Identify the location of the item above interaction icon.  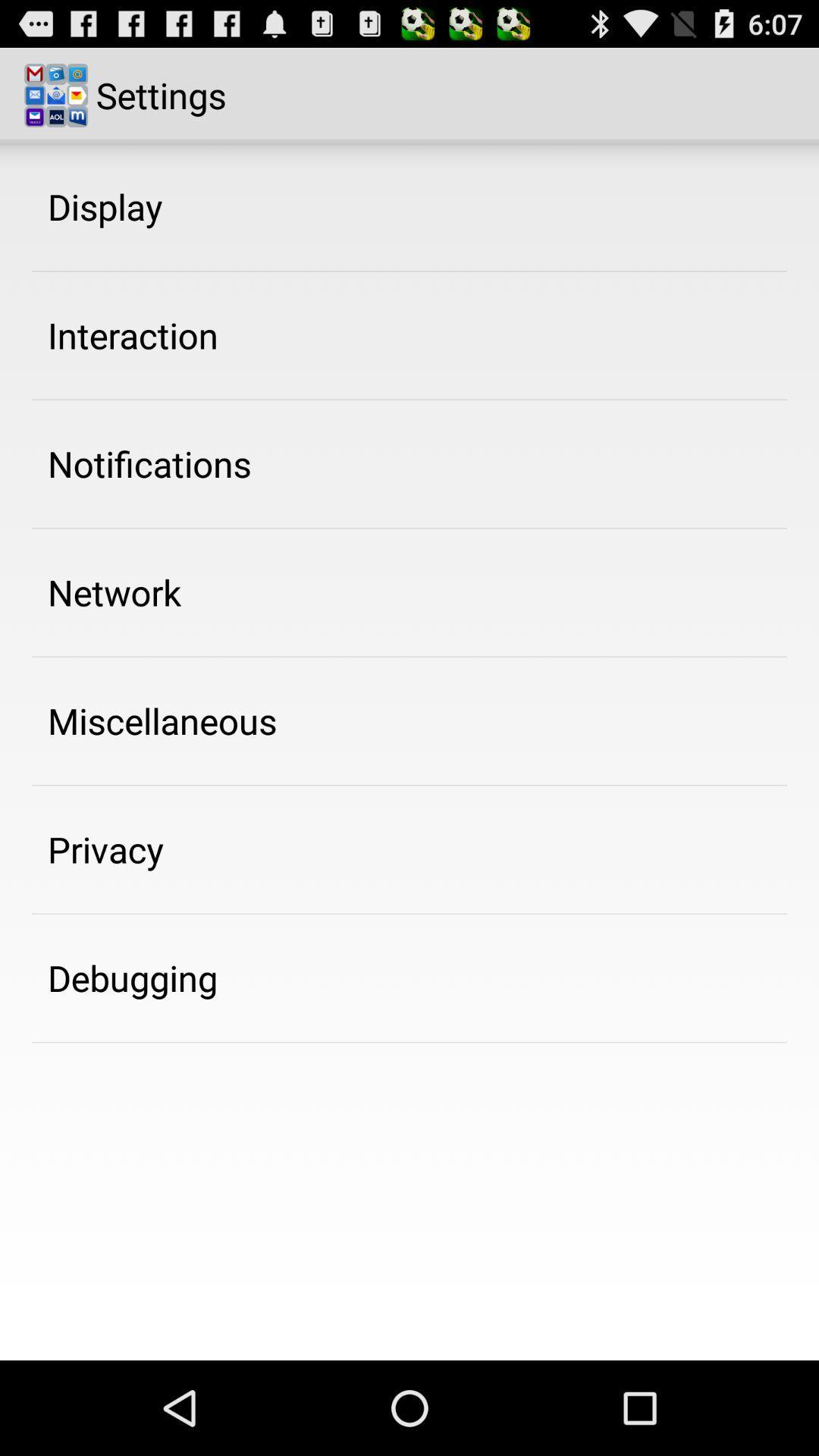
(104, 206).